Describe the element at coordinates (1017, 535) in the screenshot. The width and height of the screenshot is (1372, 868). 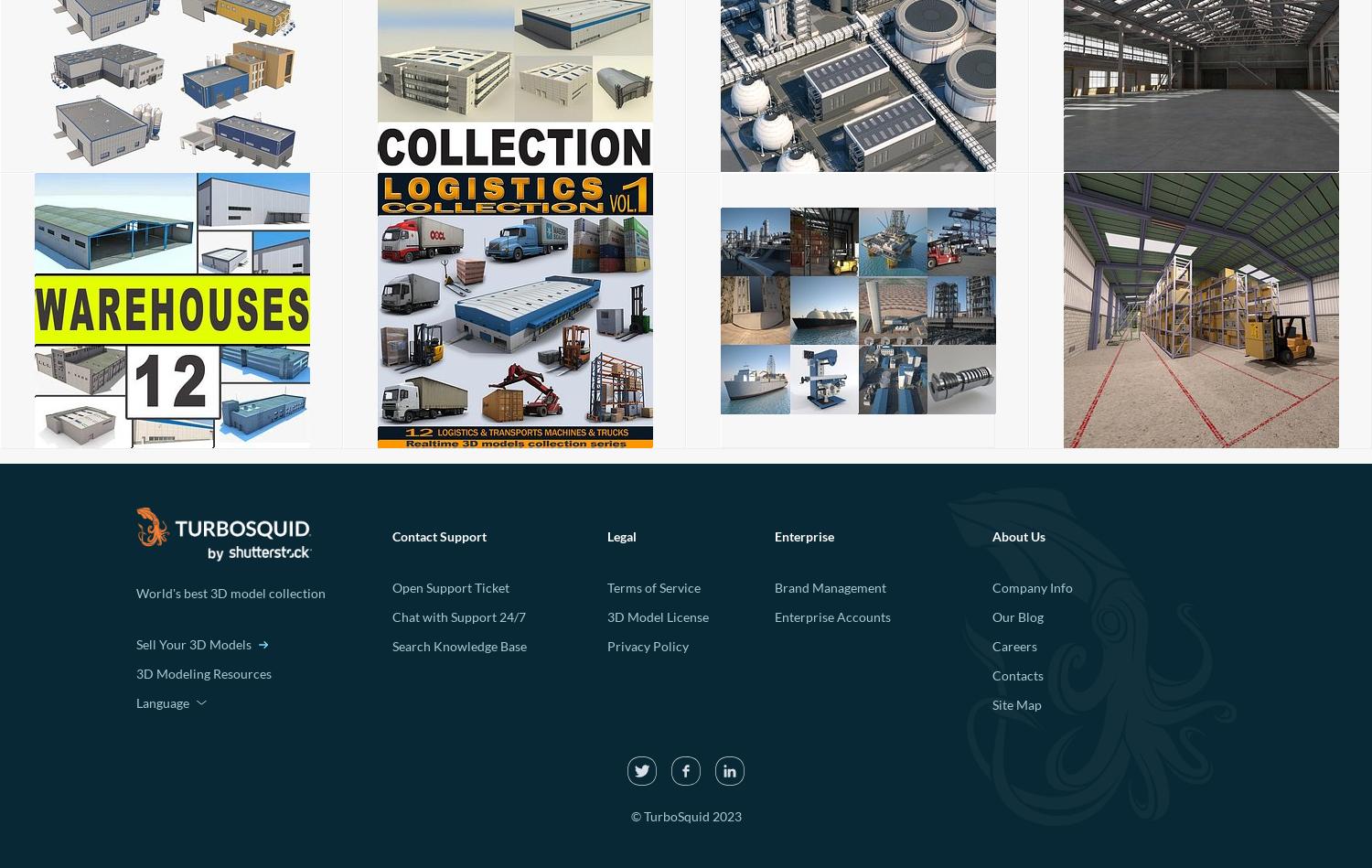
I see `'About Us'` at that location.